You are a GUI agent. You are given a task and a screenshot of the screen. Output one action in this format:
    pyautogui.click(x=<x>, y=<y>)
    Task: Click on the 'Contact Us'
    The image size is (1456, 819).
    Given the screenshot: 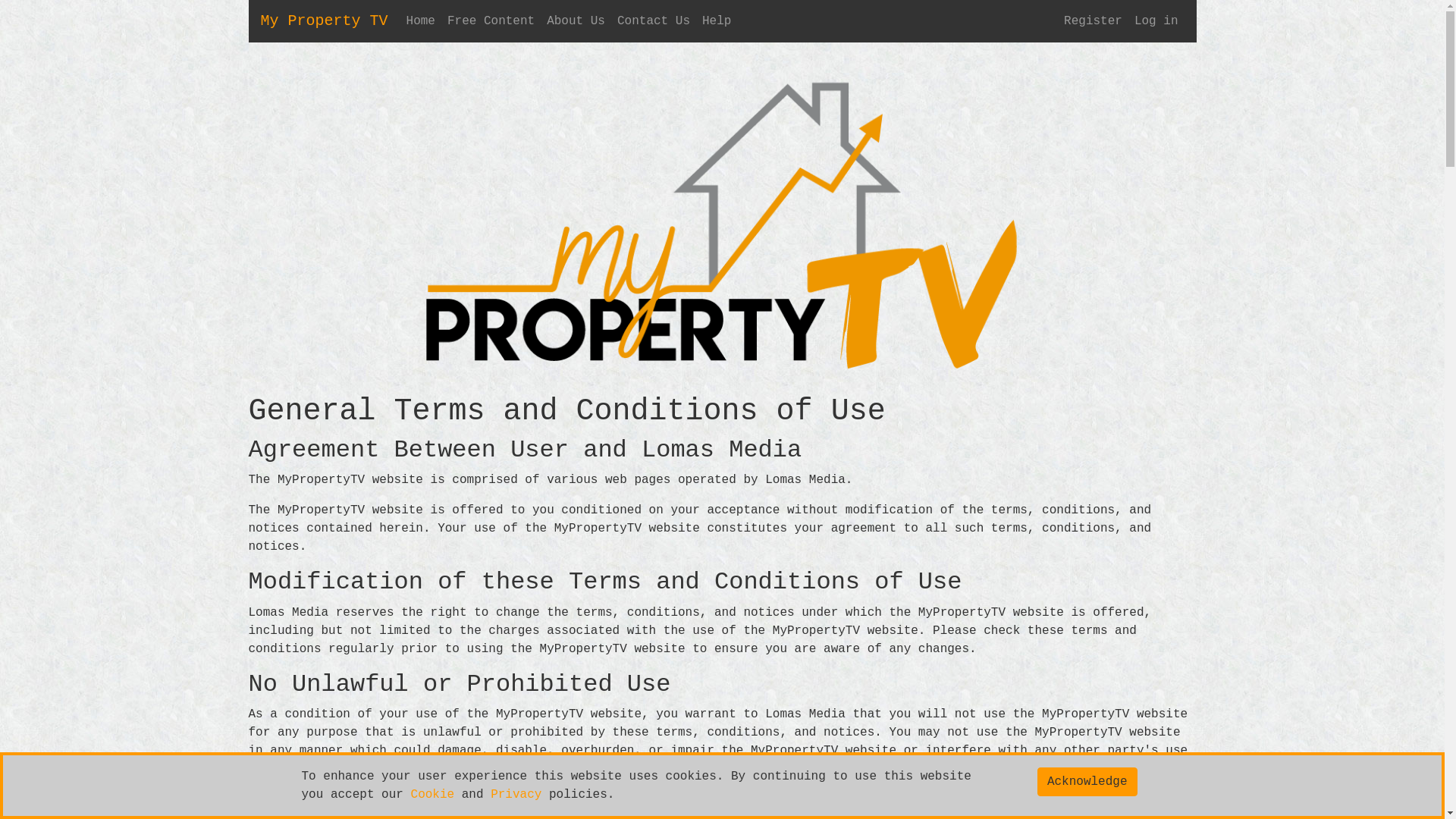 What is the action you would take?
    pyautogui.click(x=654, y=20)
    